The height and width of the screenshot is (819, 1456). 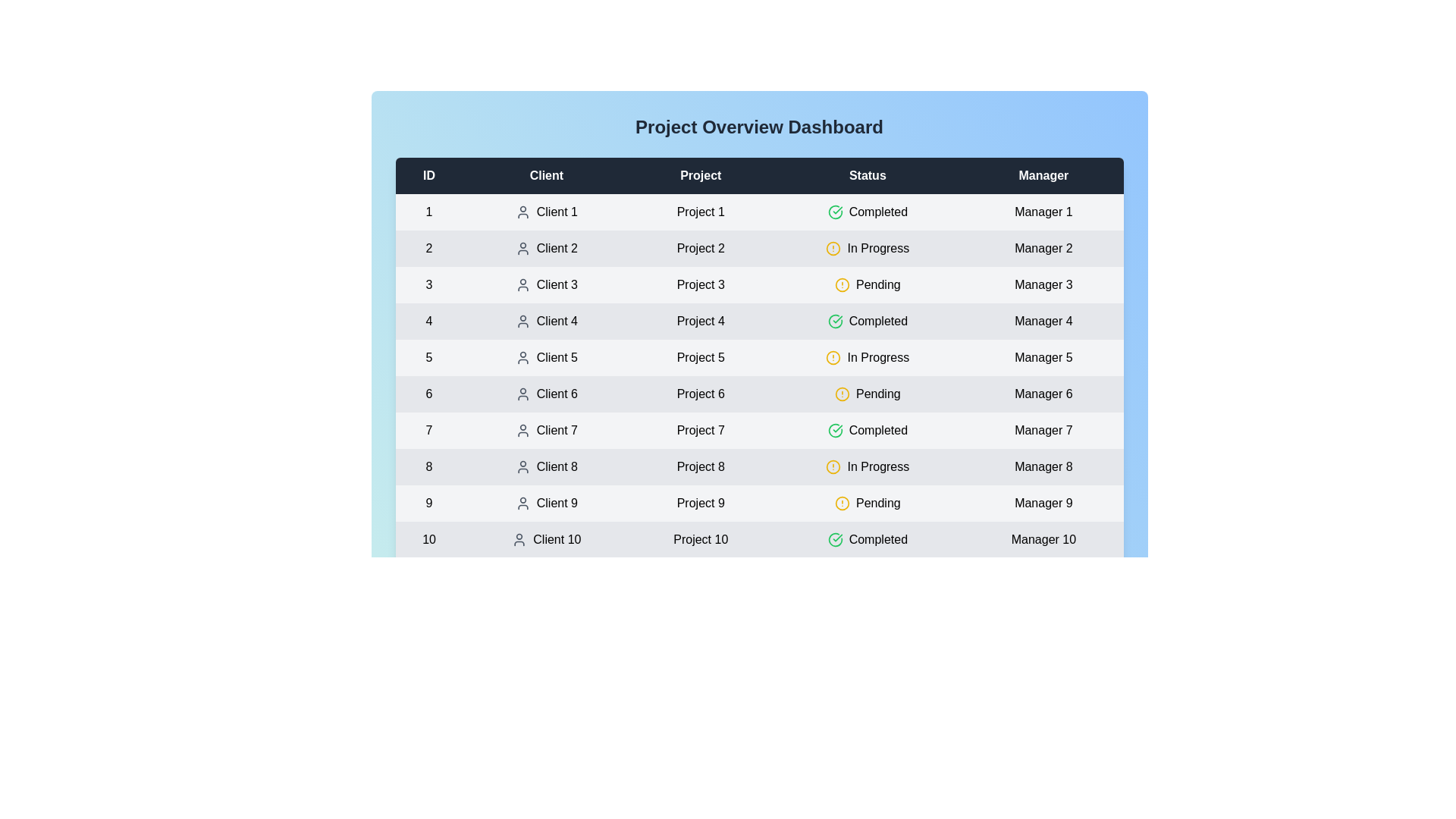 I want to click on the text in the specified cell to select it, so click(x=454, y=227).